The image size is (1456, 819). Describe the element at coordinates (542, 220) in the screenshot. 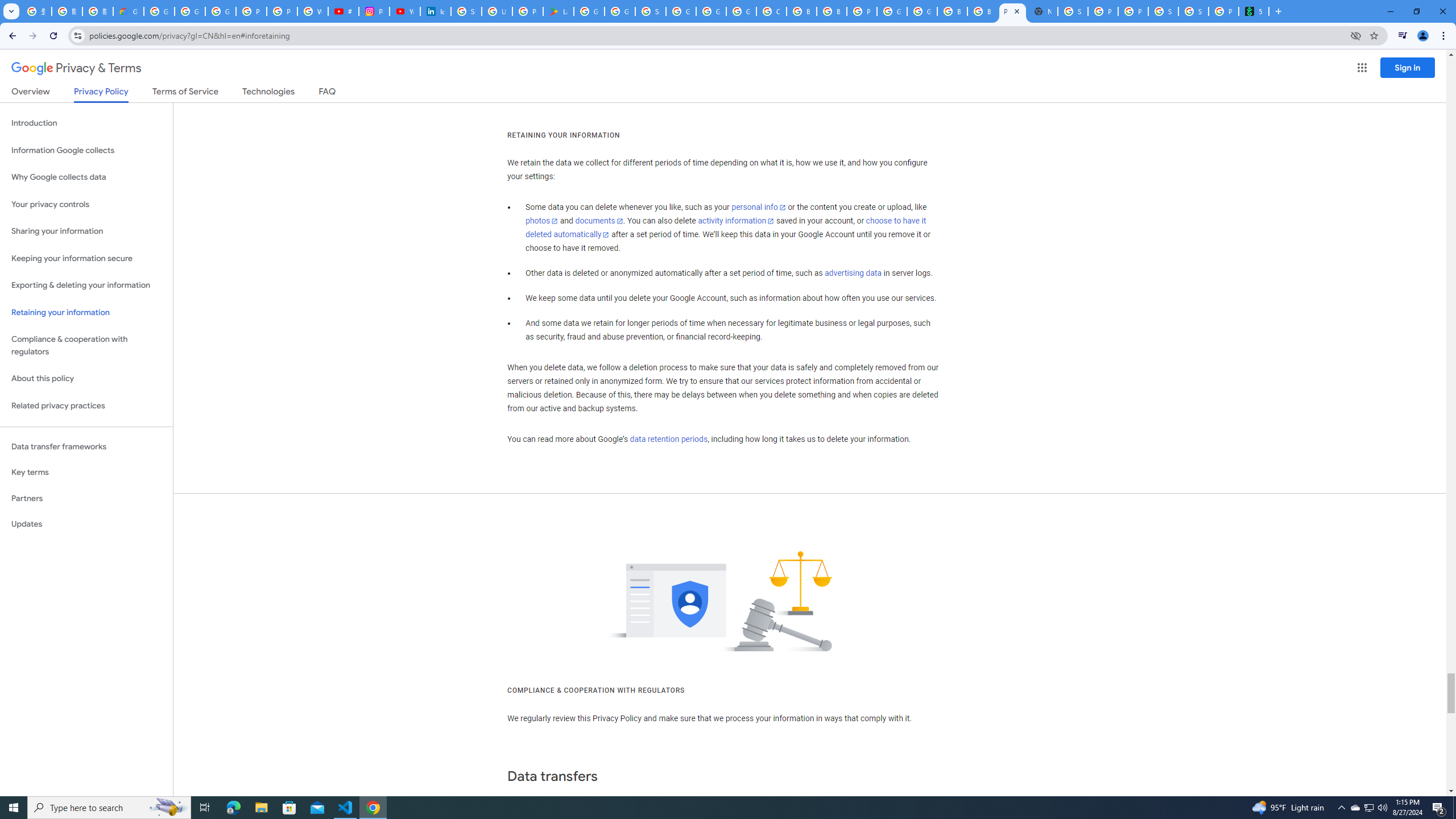

I see `'photos'` at that location.